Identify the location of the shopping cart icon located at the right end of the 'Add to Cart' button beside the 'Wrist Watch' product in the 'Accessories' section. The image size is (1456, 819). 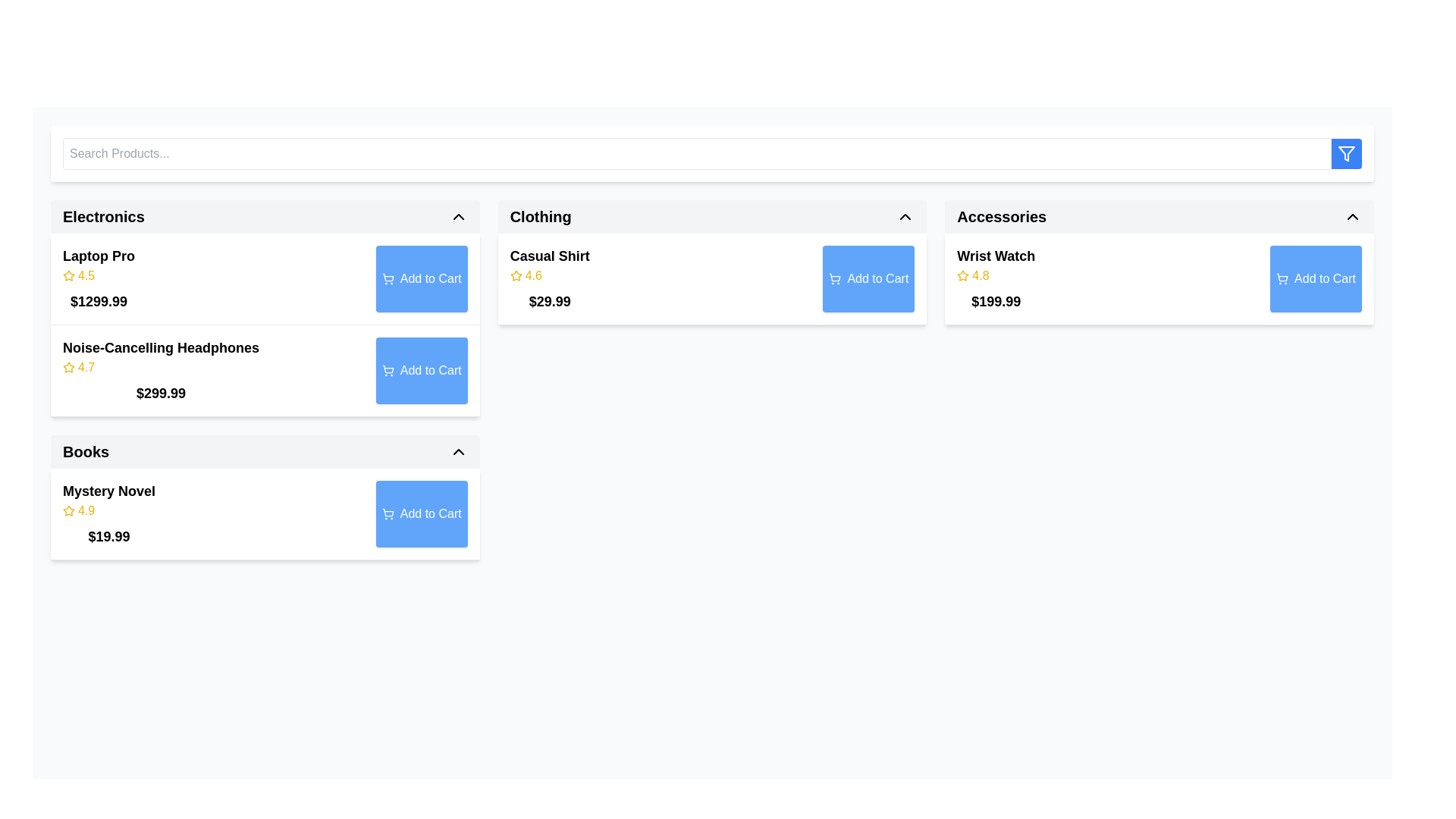
(1282, 278).